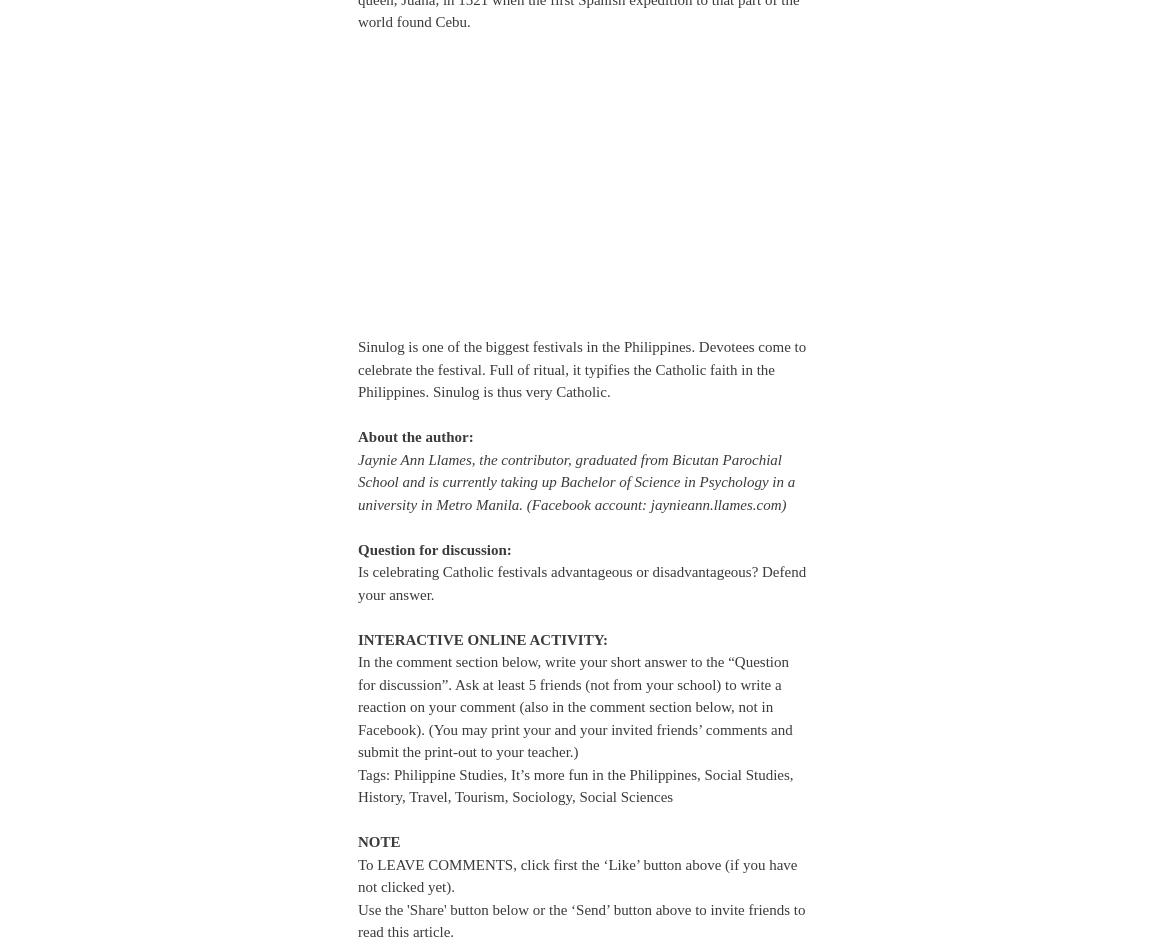  I want to click on 'To LEAVE COMMENTS, click first the ‘Like’ button above (if you have not clicked yet).', so click(576, 874).